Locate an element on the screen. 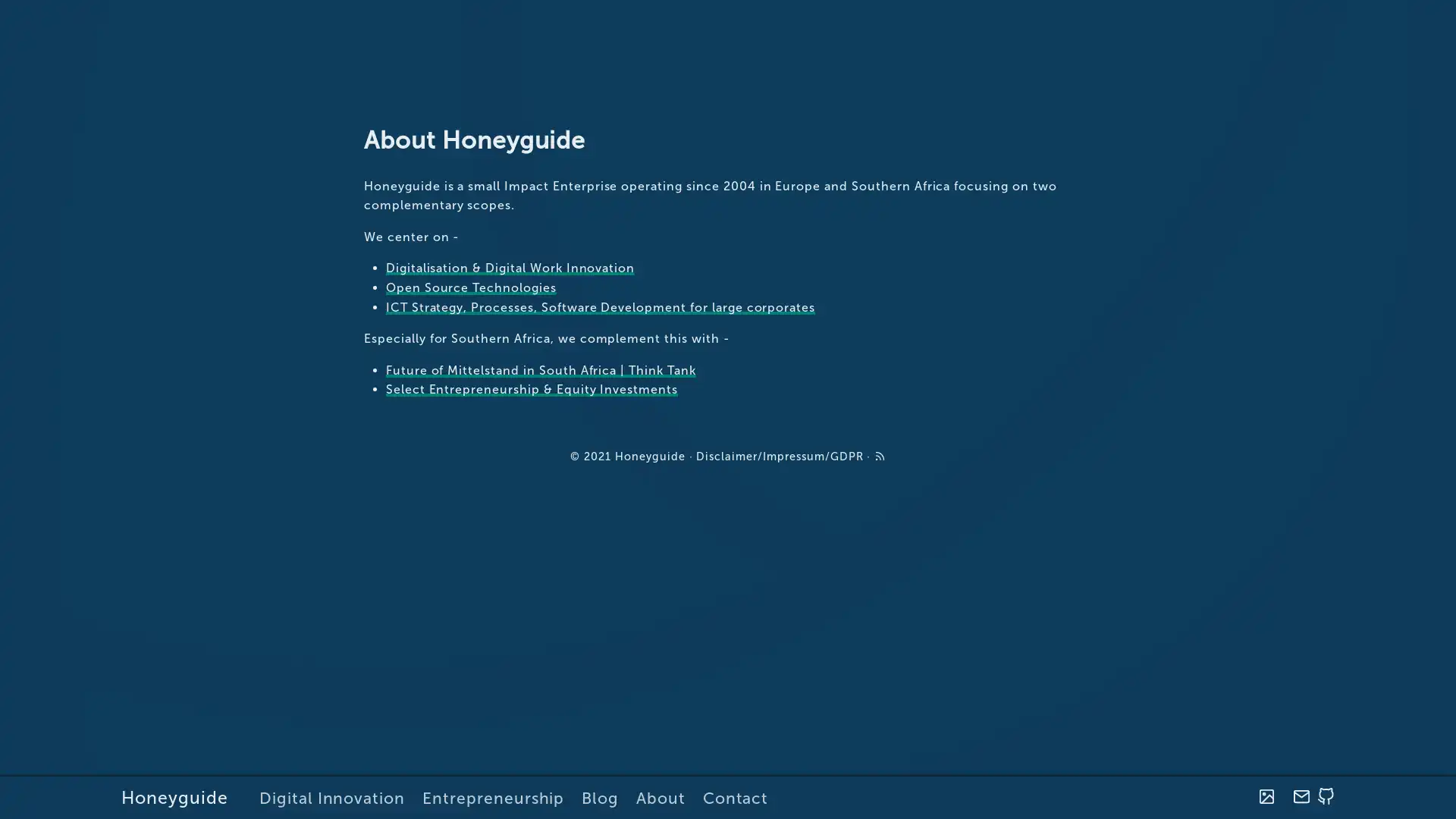 This screenshot has width=1456, height=819. Featured Image is located at coordinates (1266, 796).